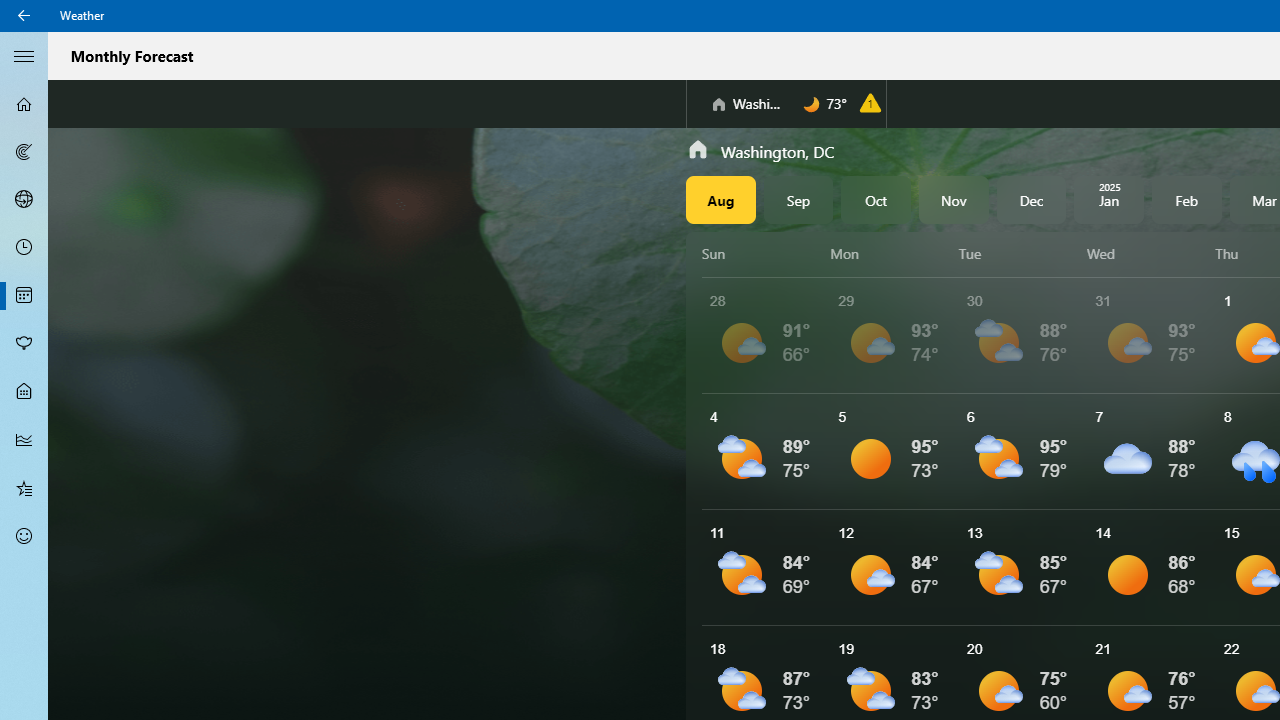 The height and width of the screenshot is (720, 1280). Describe the element at coordinates (24, 438) in the screenshot. I see `'Historical Weather - Not Selected'` at that location.